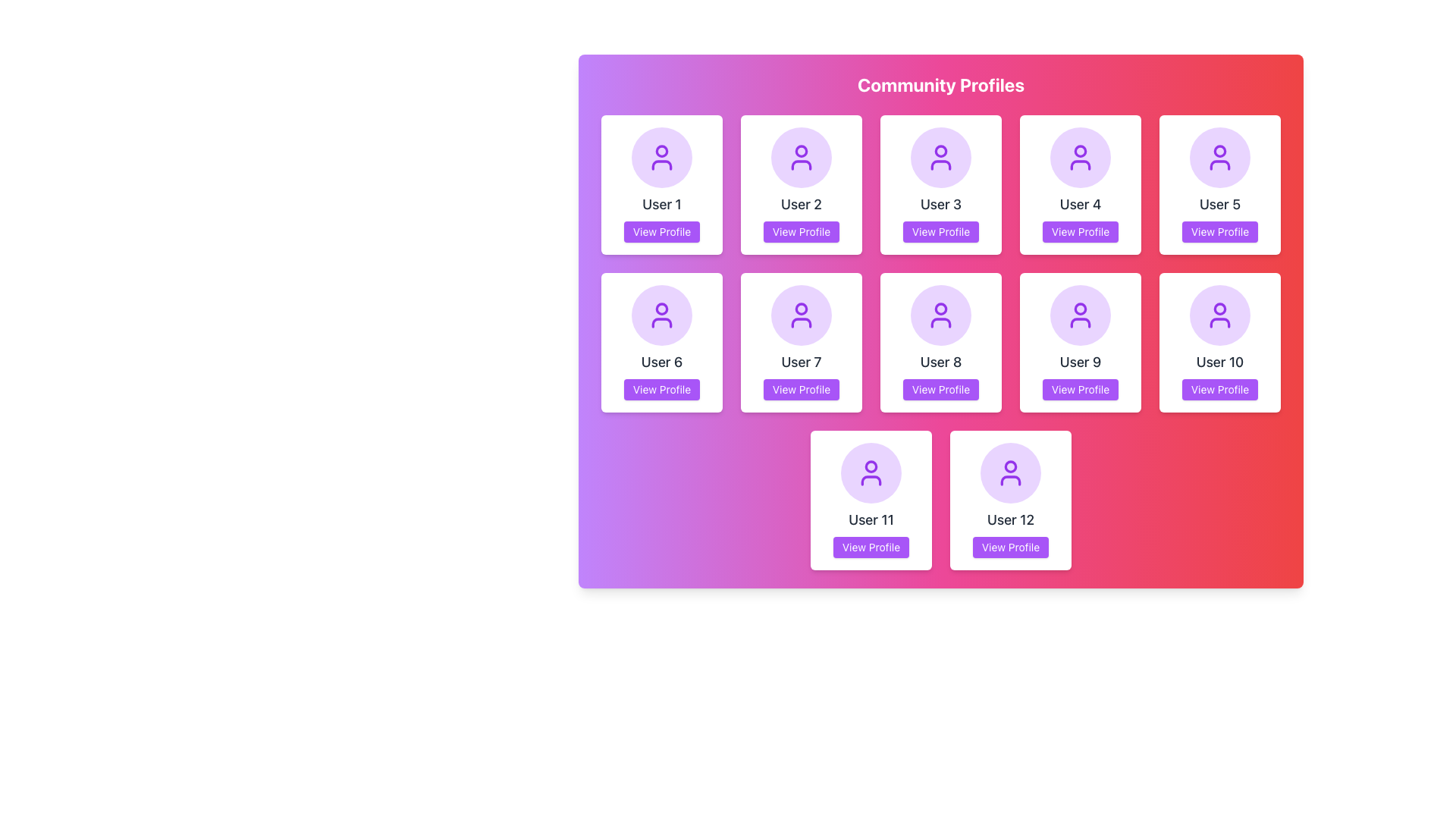 The width and height of the screenshot is (1456, 819). What do you see at coordinates (662, 342) in the screenshot?
I see `the 'User 6' card located in the second row and first column of the user profile grid` at bounding box center [662, 342].